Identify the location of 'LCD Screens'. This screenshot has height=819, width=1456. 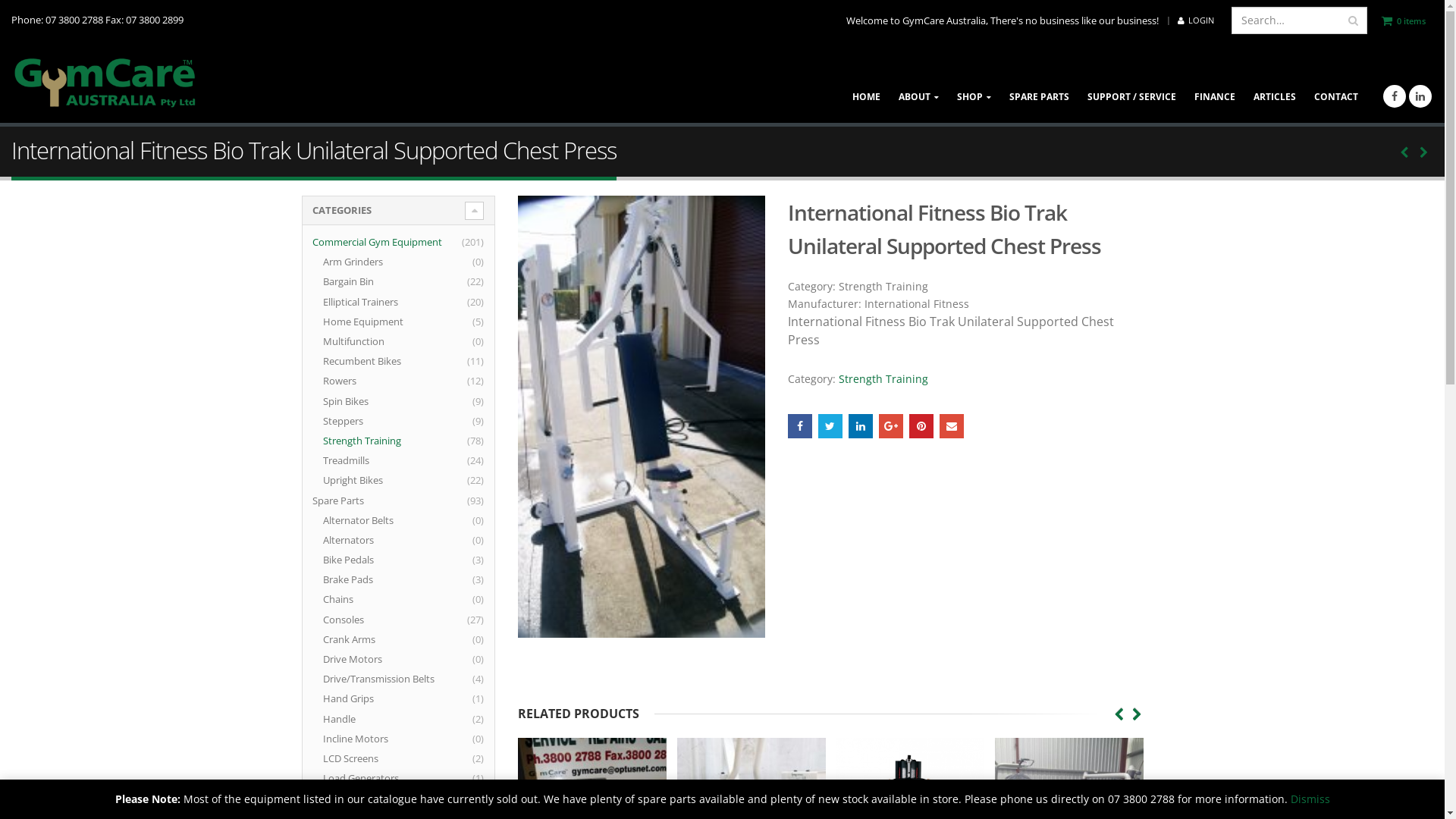
(359, 758).